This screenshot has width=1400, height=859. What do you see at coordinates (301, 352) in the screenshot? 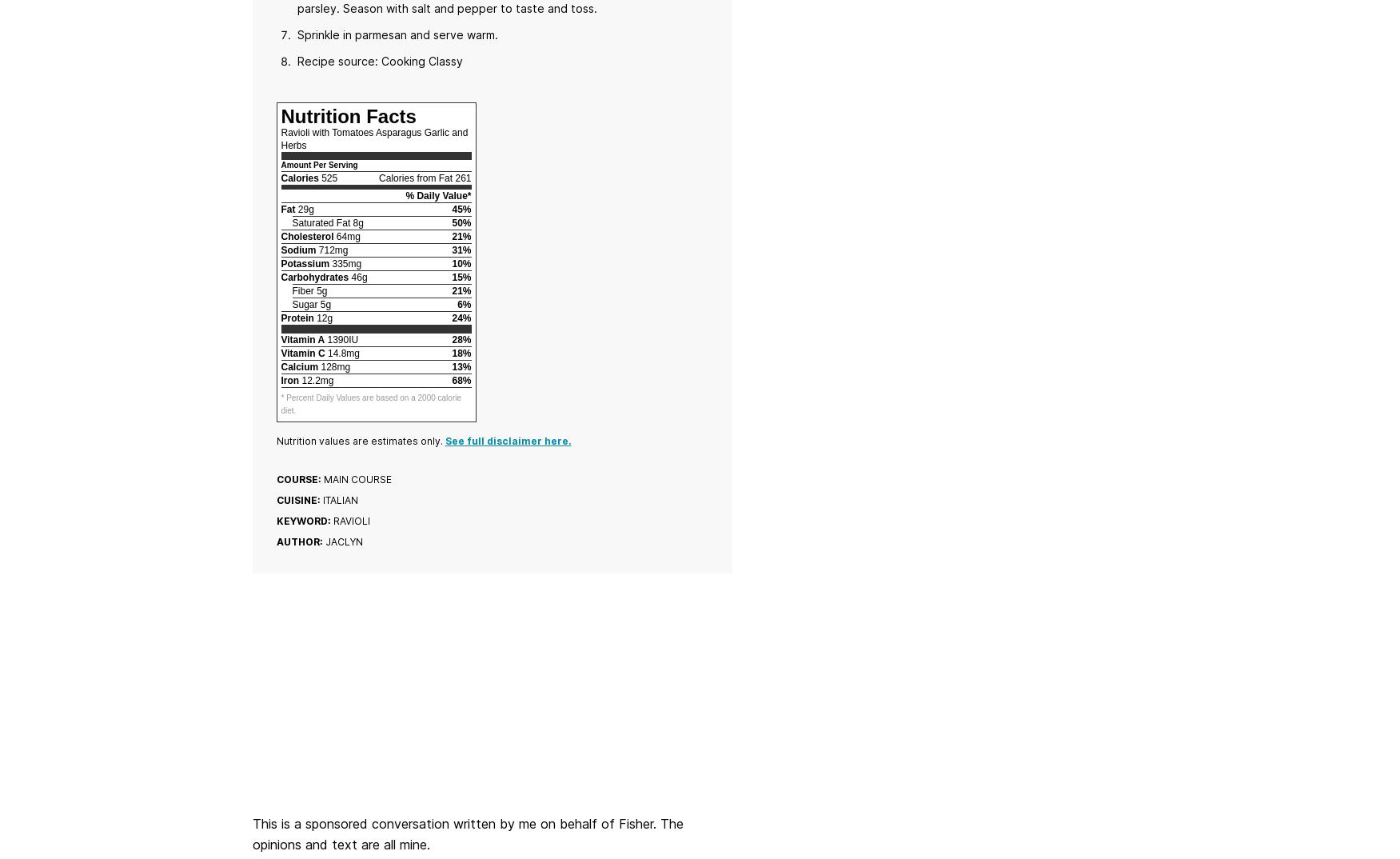
I see `'Vitamin C'` at bounding box center [301, 352].